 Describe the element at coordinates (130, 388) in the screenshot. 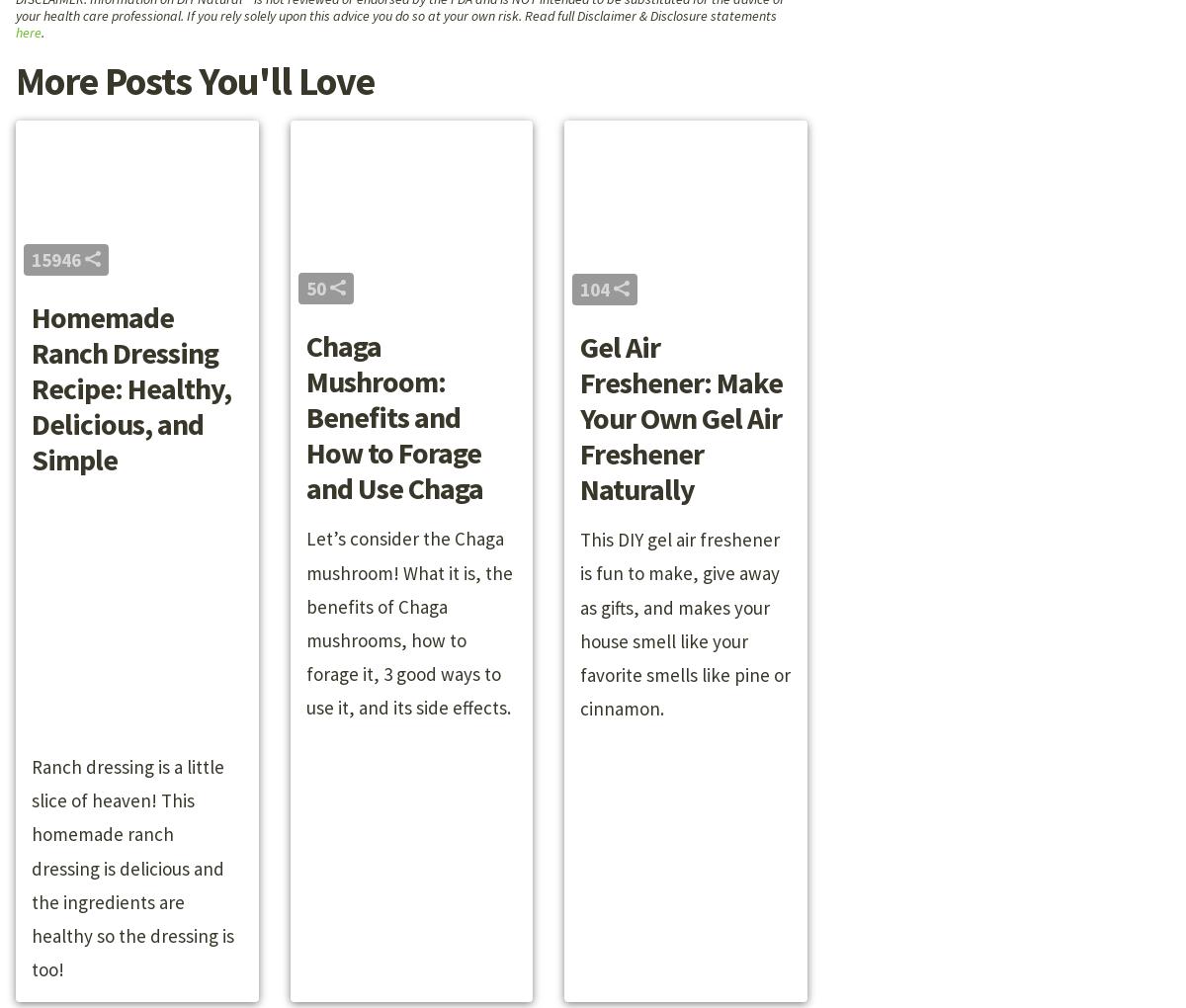

I see `'Homemade Ranch Dressing Recipe: Healthy, Delicious, and Simple'` at that location.